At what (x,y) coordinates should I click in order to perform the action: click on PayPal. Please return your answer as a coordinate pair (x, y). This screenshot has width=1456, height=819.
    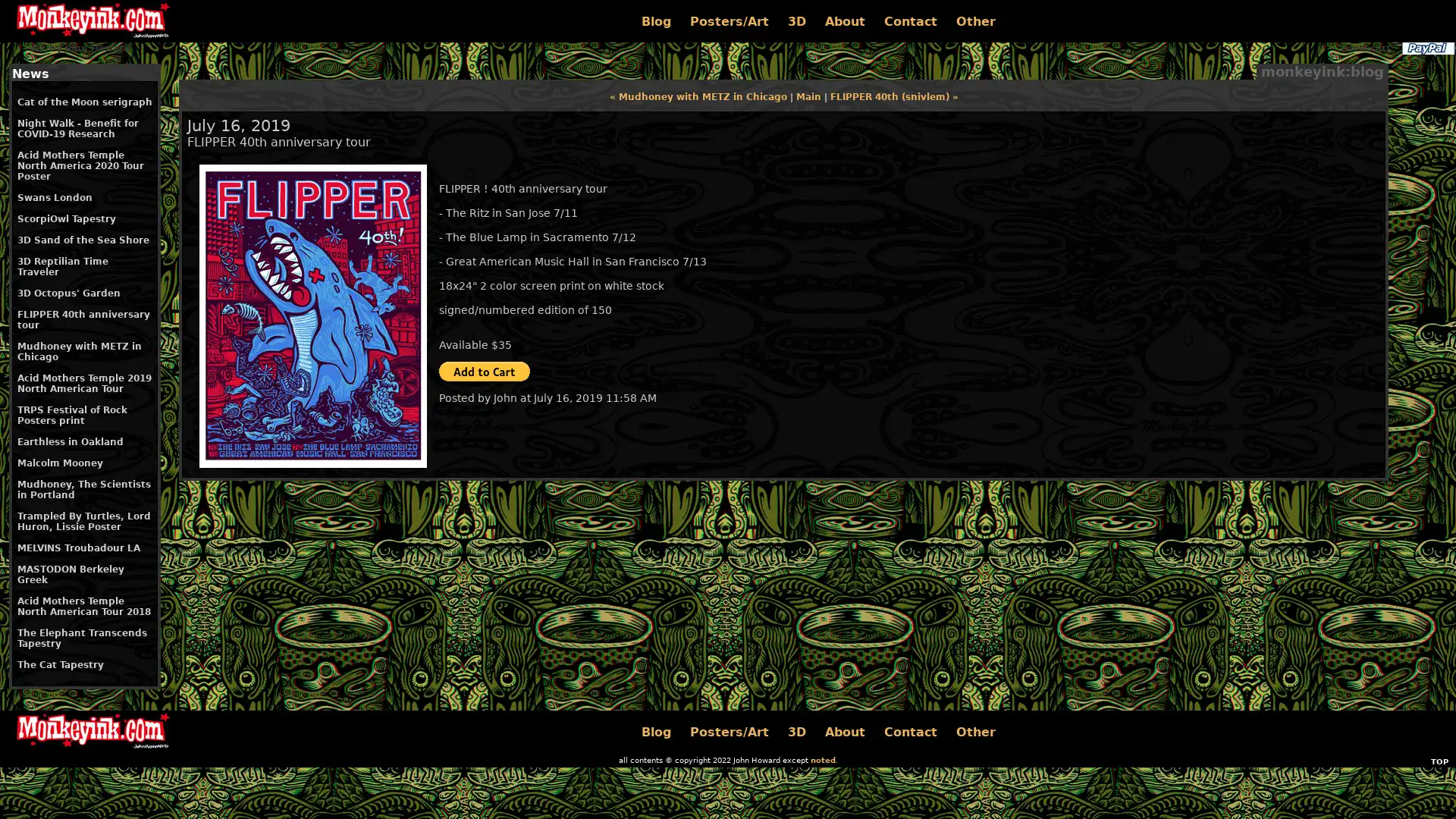
    Looking at the image, I should click on (1426, 48).